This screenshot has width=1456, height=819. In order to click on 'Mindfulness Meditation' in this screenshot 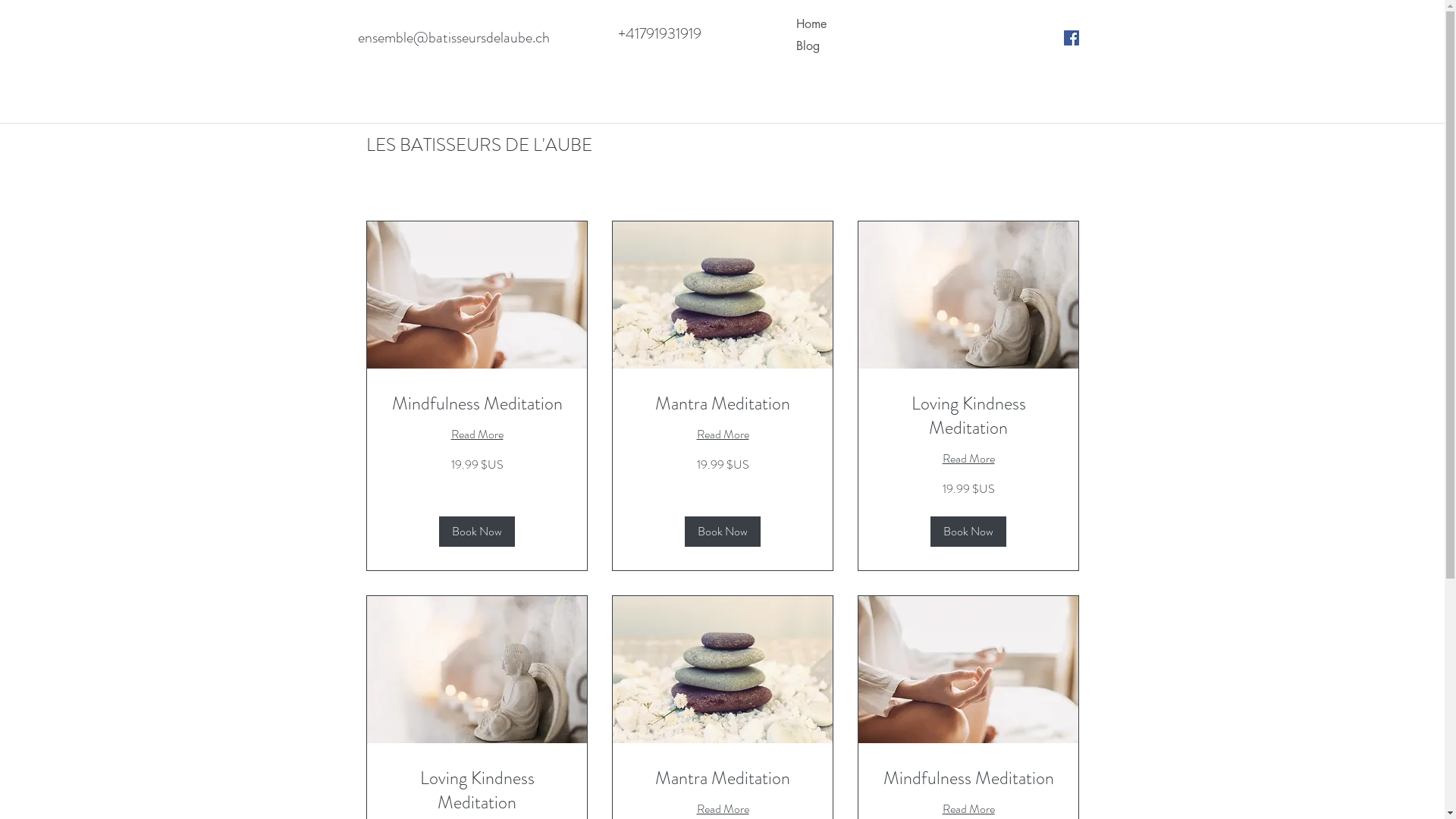, I will do `click(475, 403)`.